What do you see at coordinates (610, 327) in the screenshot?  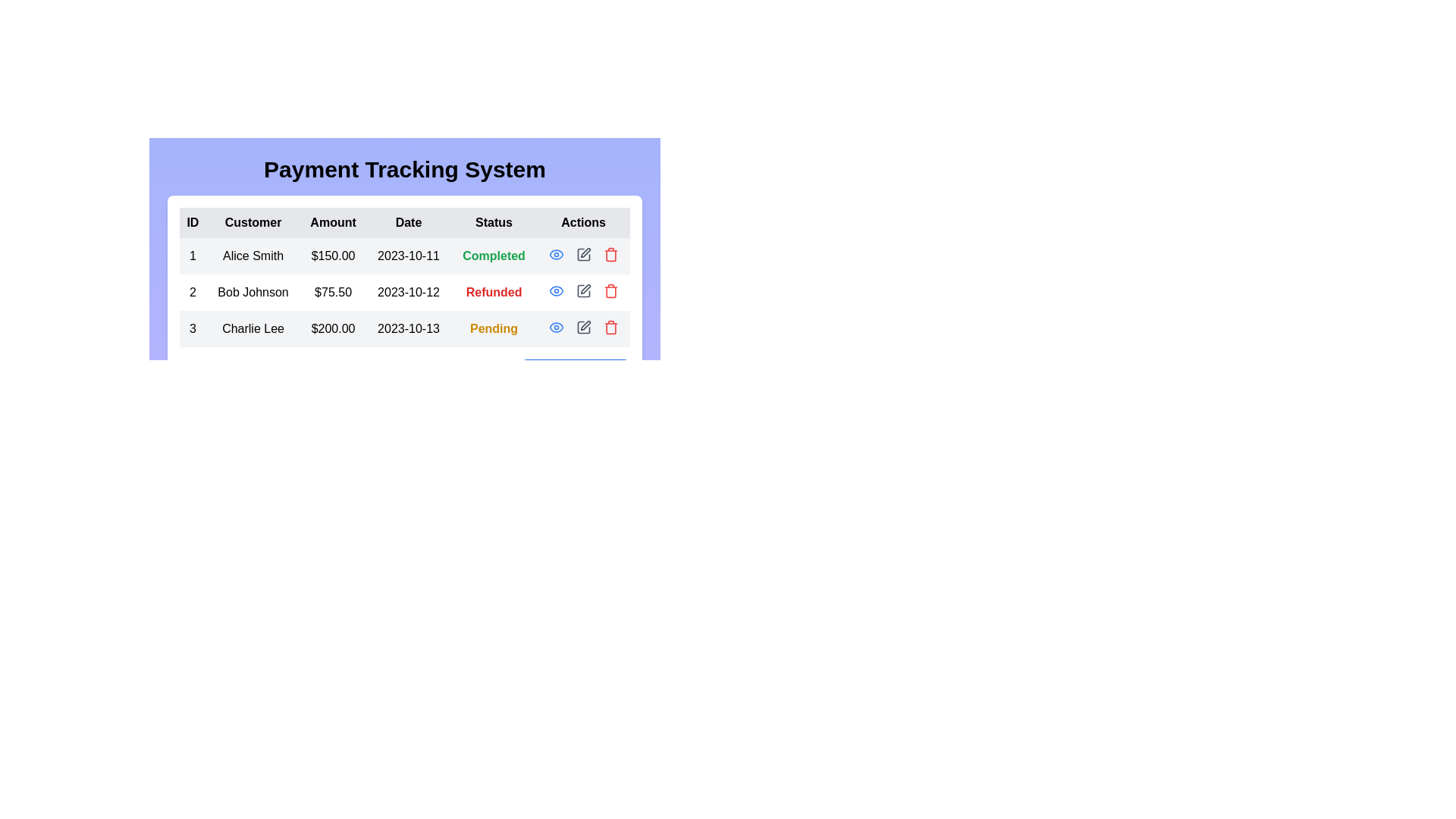 I see `the delete button icon in the 'Actions' column` at bounding box center [610, 327].